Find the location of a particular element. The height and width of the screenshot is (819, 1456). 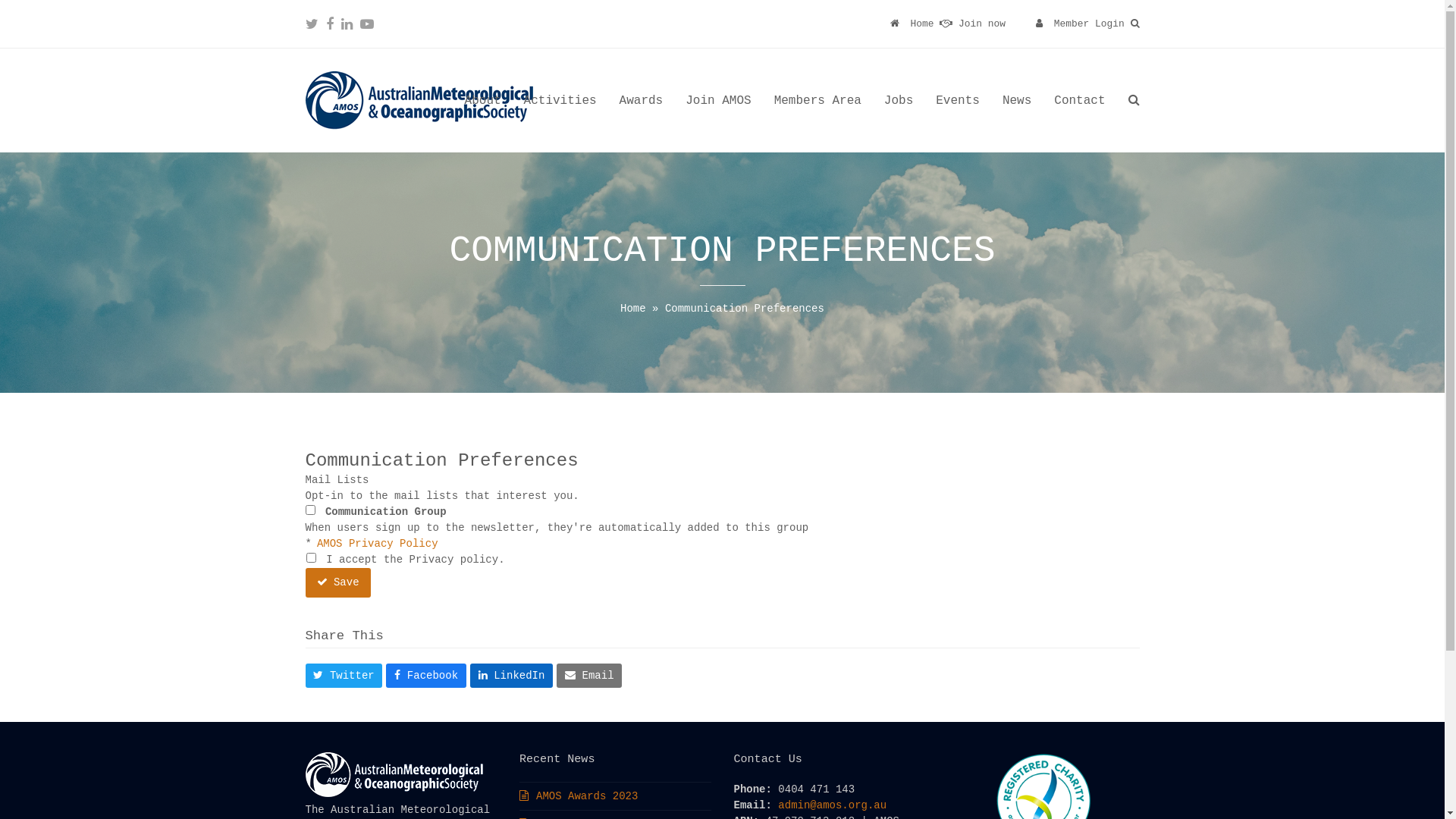

'Contact' is located at coordinates (1078, 100).